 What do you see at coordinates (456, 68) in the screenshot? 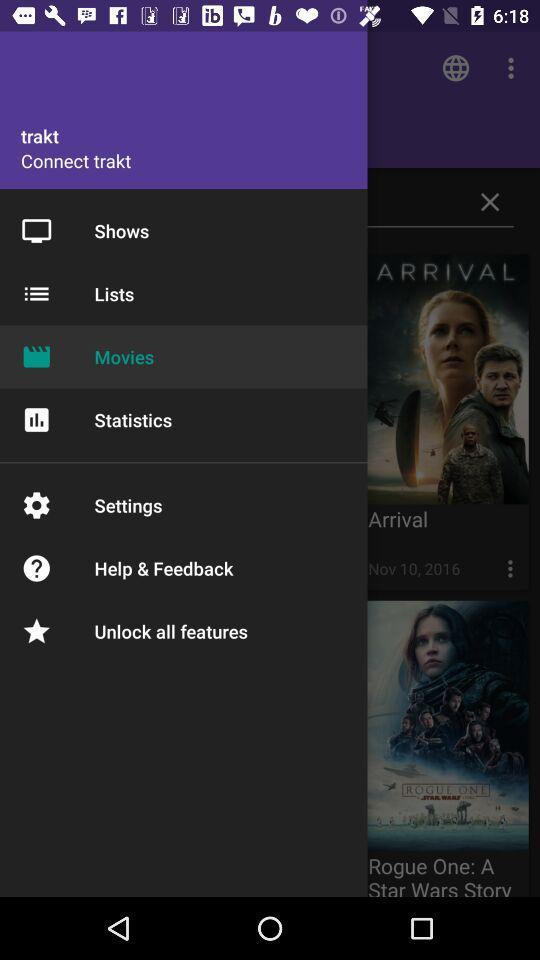
I see `the symbol which is above the trakt` at bounding box center [456, 68].